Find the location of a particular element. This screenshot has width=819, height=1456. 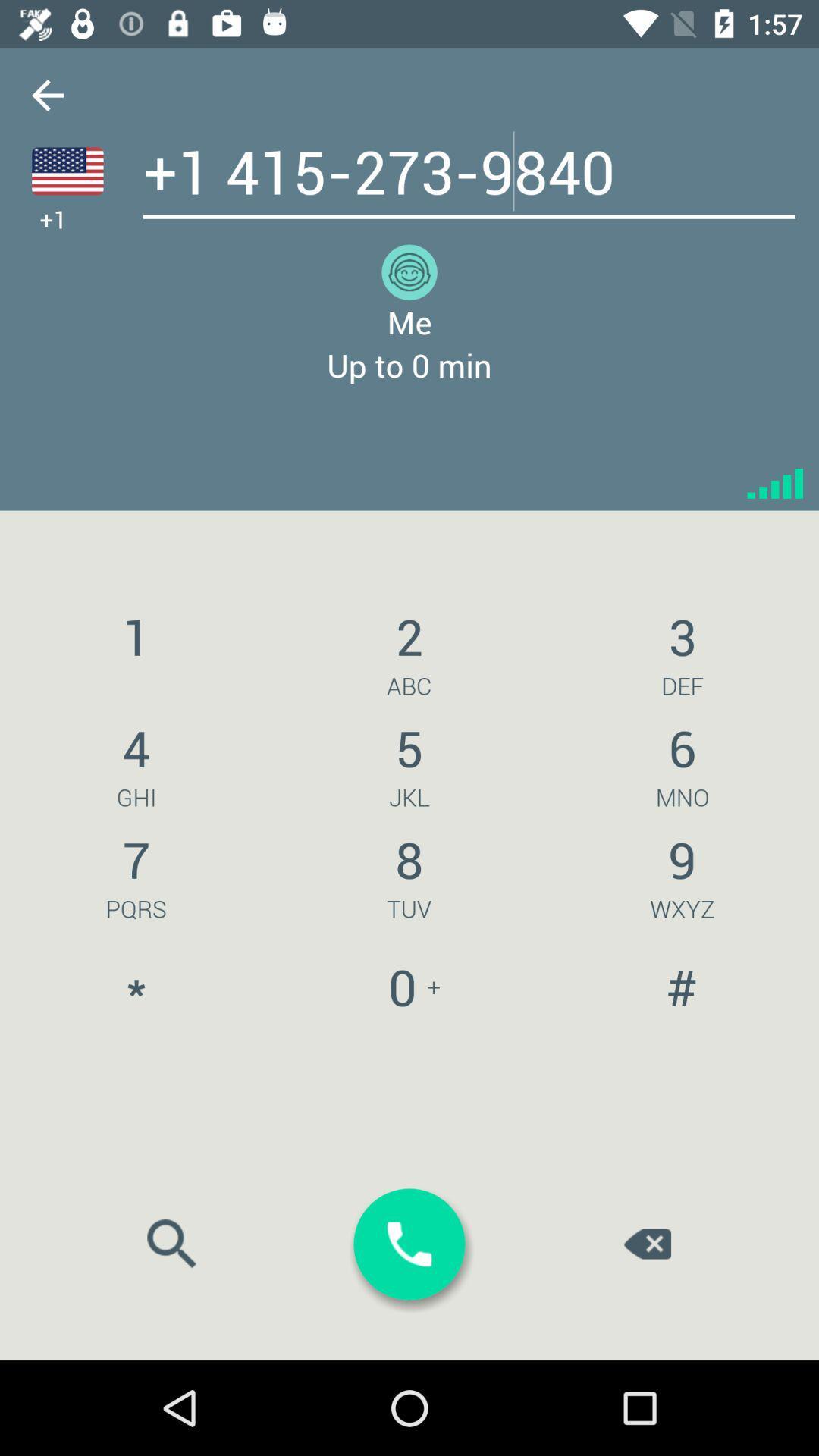

go back is located at coordinates (46, 94).